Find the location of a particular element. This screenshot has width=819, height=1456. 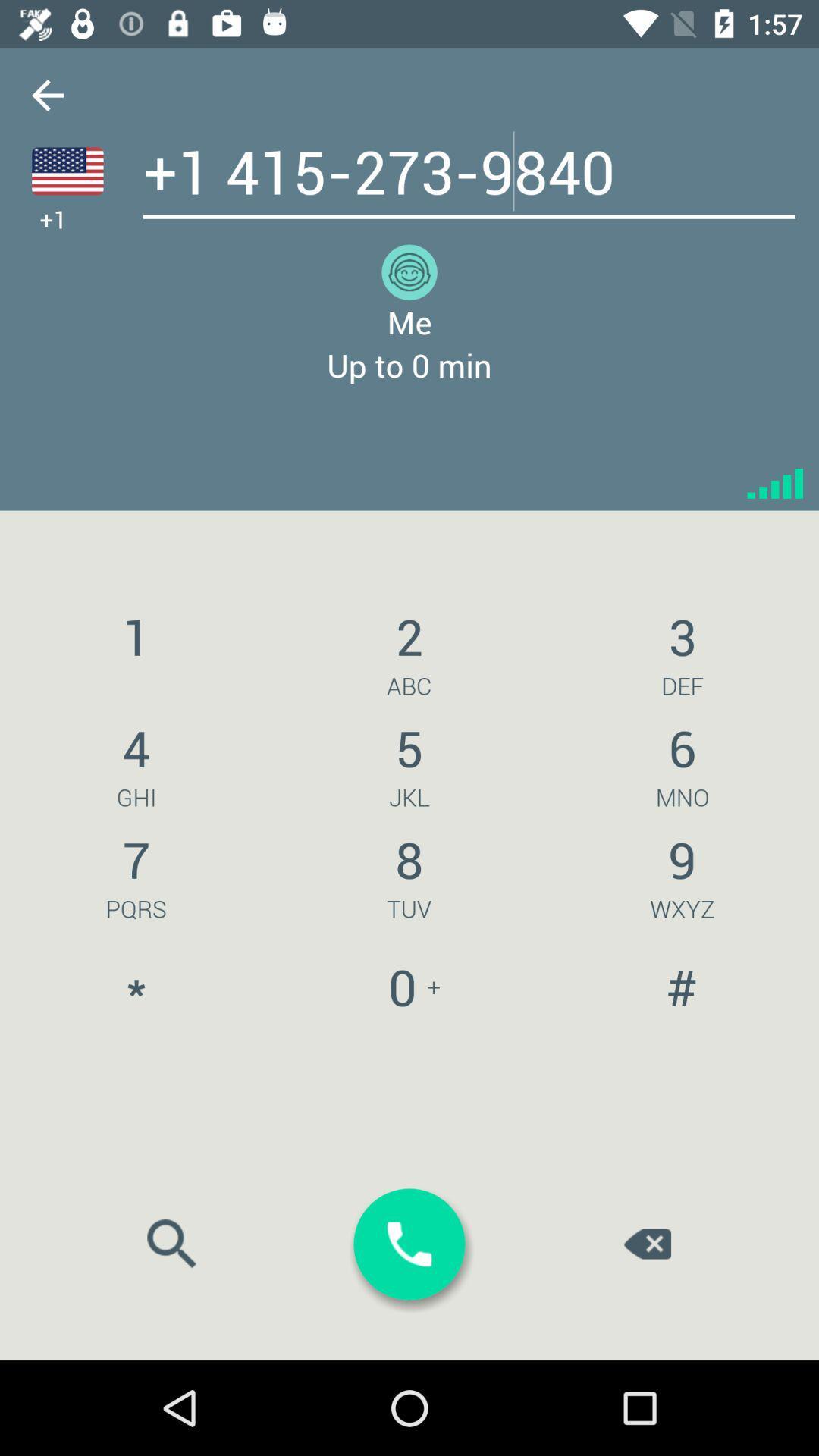

go back is located at coordinates (46, 94).